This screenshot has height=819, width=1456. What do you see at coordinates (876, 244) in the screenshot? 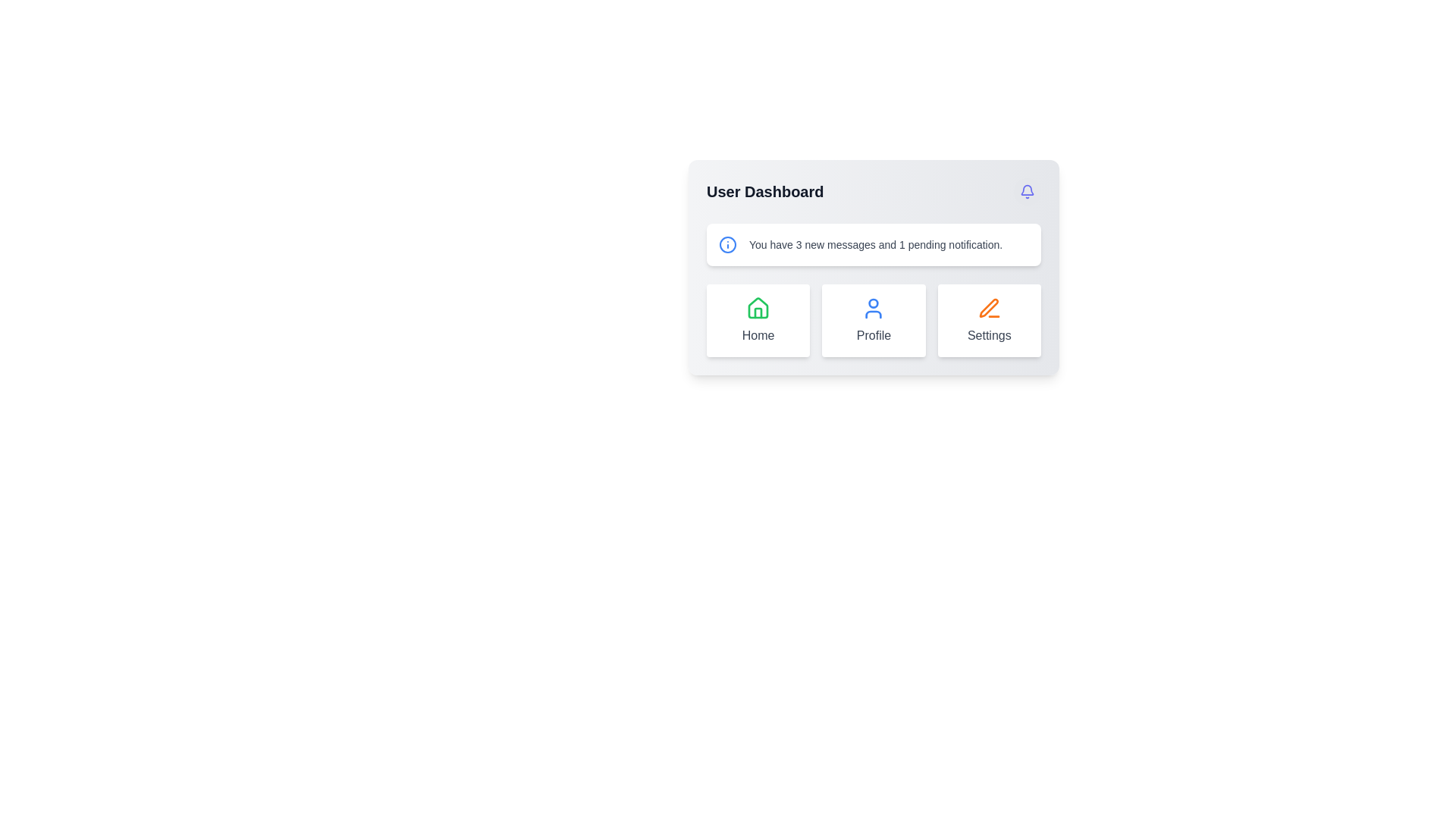
I see `the text block displaying the message 'You have 3 new messages and 1 pending notification.' which is styled with gray color and small font size, located near the blue 'info' icon in the User Dashboard interface` at bounding box center [876, 244].